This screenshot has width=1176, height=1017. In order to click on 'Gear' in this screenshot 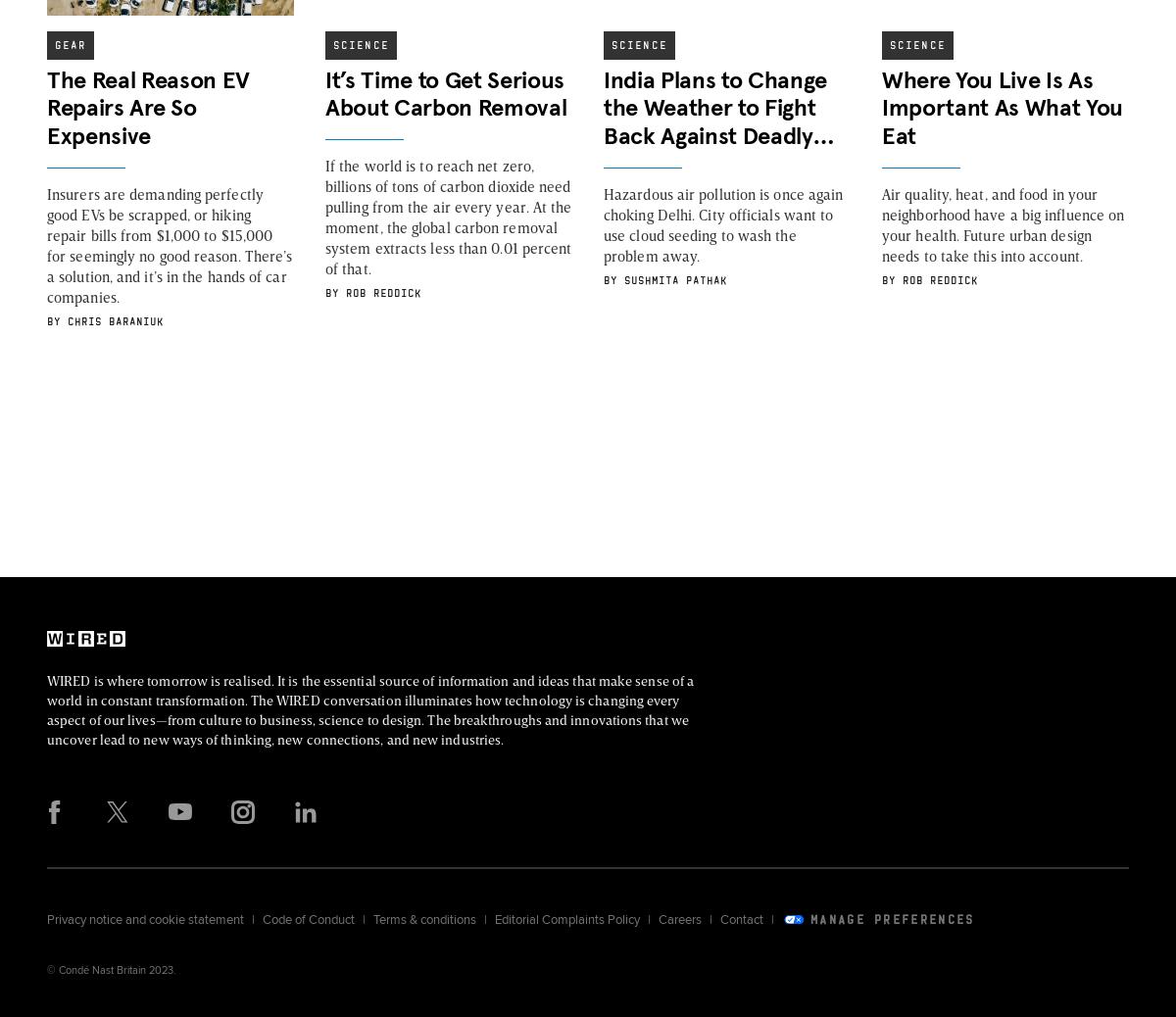, I will do `click(71, 42)`.